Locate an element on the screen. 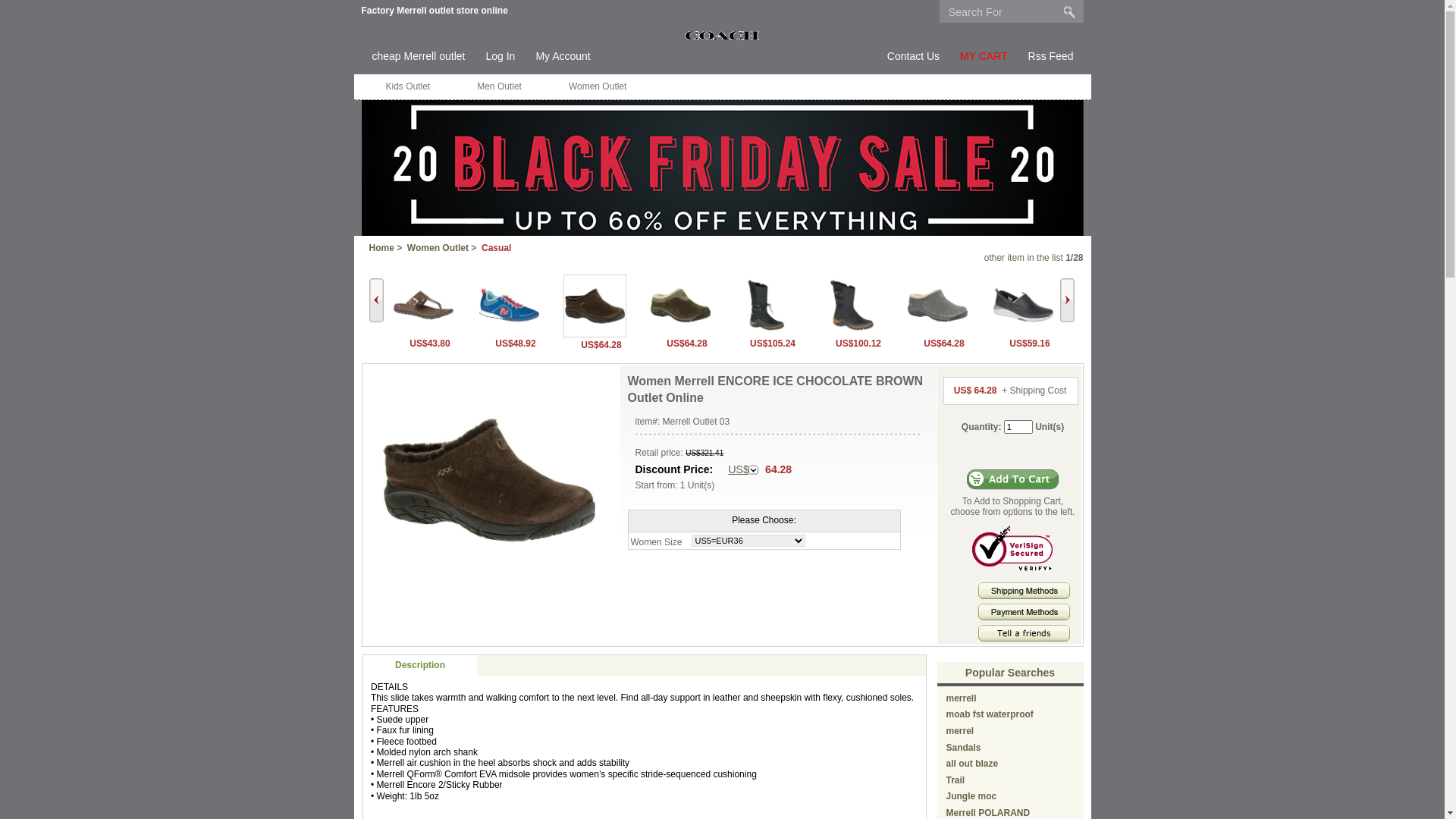 The width and height of the screenshot is (1456, 819). 'Casual' is located at coordinates (496, 247).